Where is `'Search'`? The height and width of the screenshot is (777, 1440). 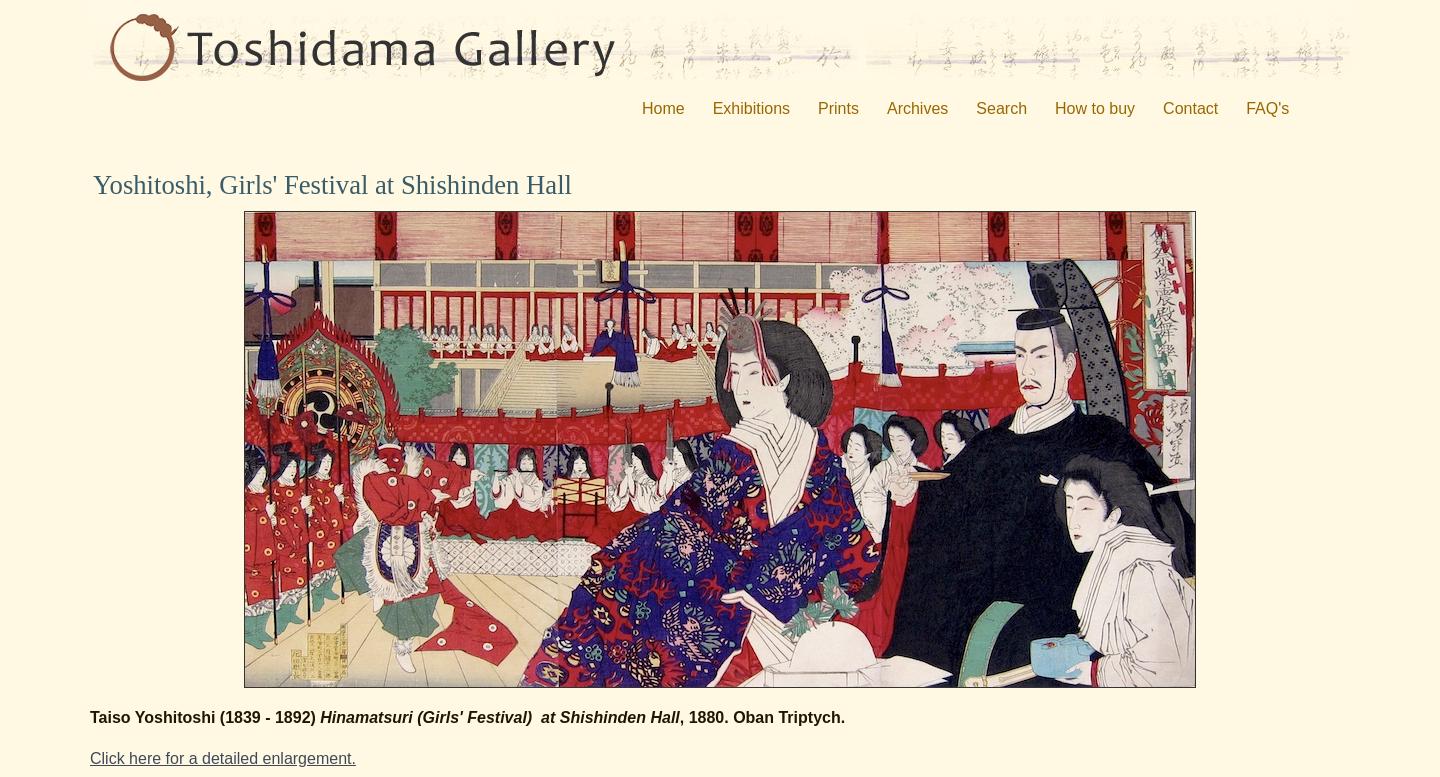 'Search' is located at coordinates (1000, 107).